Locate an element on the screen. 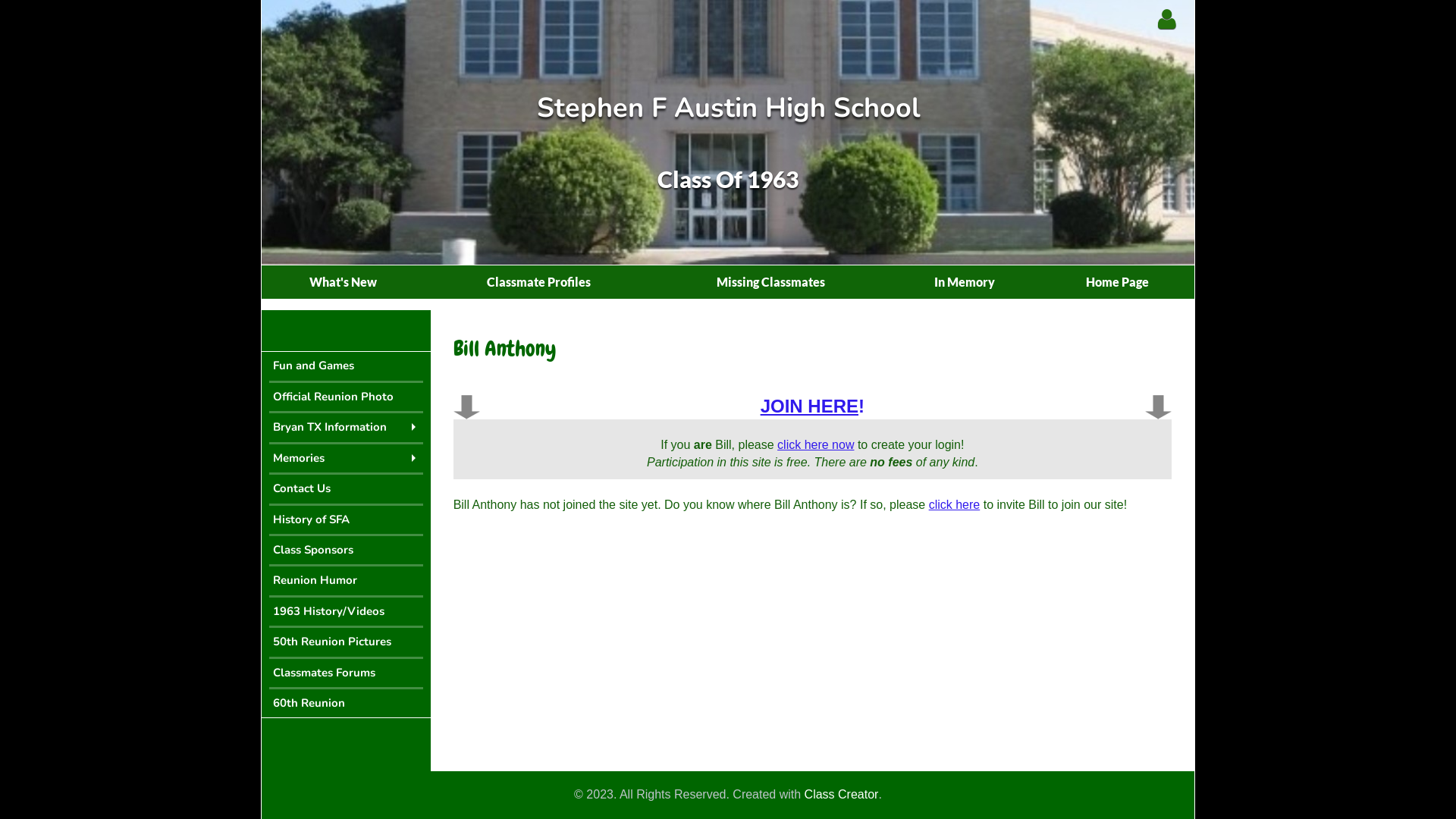 The width and height of the screenshot is (1456, 819). 'Classmate Login' is located at coordinates (1166, 20).